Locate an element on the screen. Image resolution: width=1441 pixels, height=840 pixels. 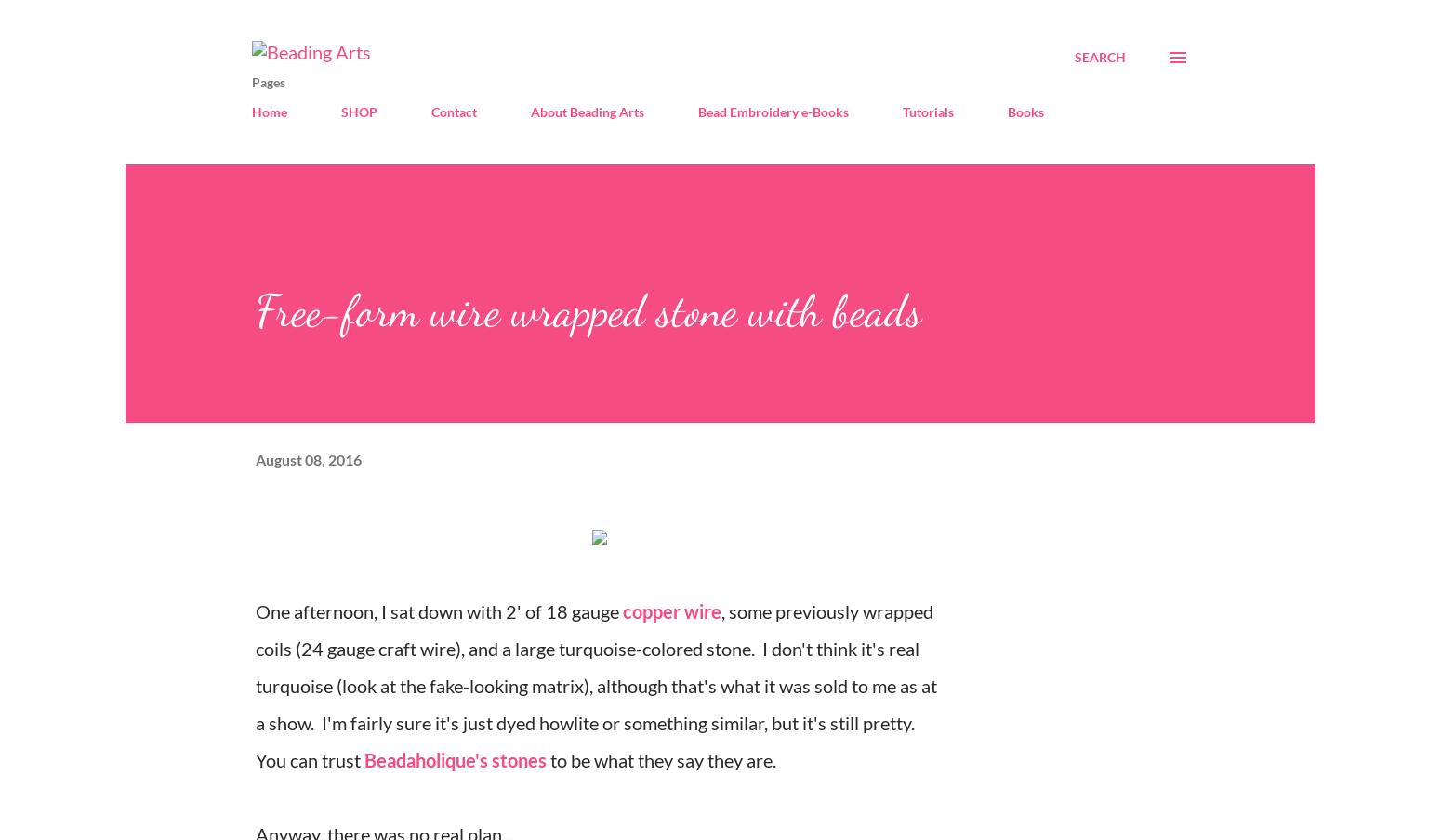
'Artist Profiles' is located at coordinates (543, 155).